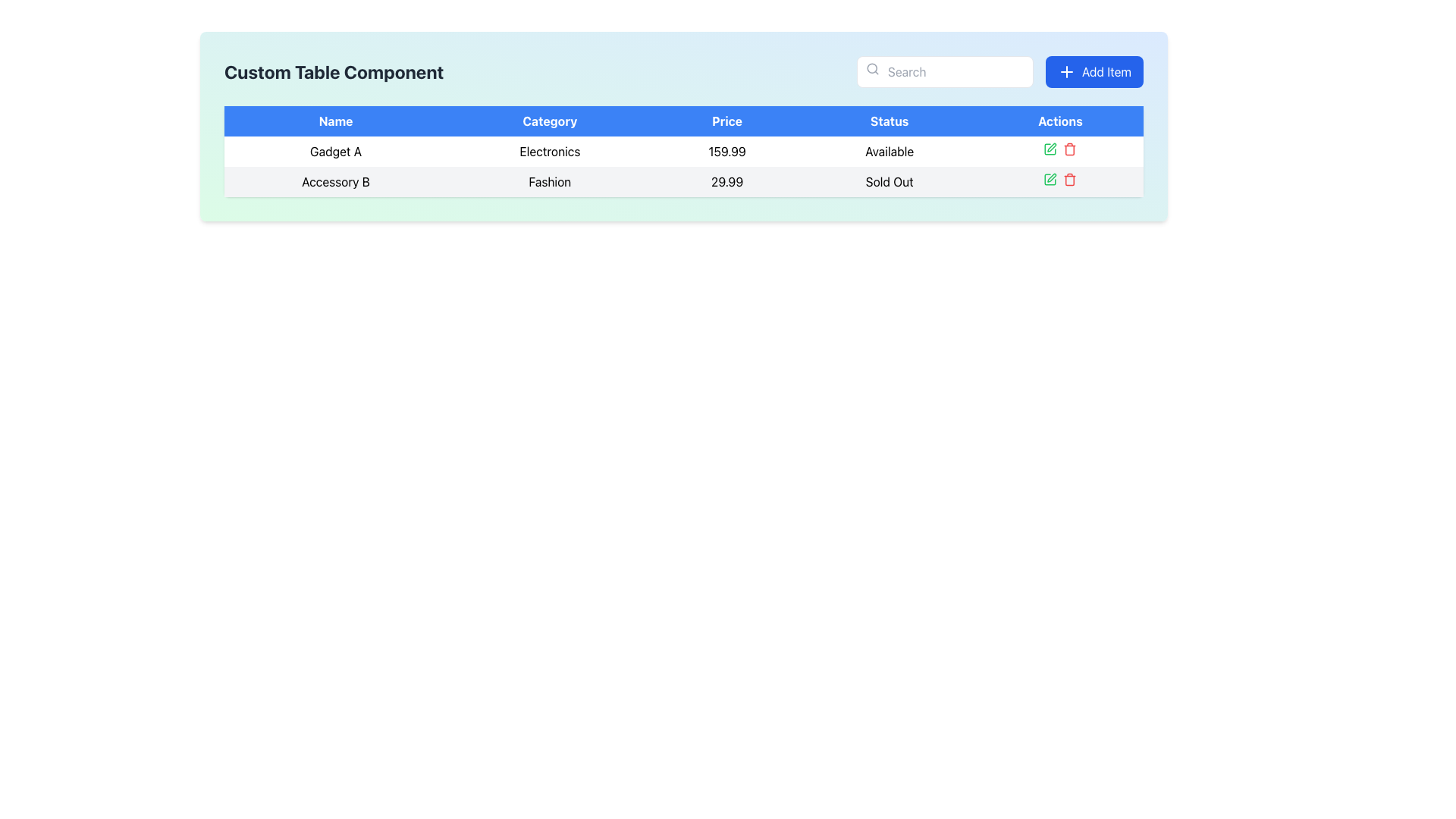 The image size is (1456, 819). I want to click on the edit icon button located in the second row of the 'Actions' column of the table, which is next to the red delete icon and corresponds to the 'Sold Out' status, to initiate an edit action, so click(1050, 178).